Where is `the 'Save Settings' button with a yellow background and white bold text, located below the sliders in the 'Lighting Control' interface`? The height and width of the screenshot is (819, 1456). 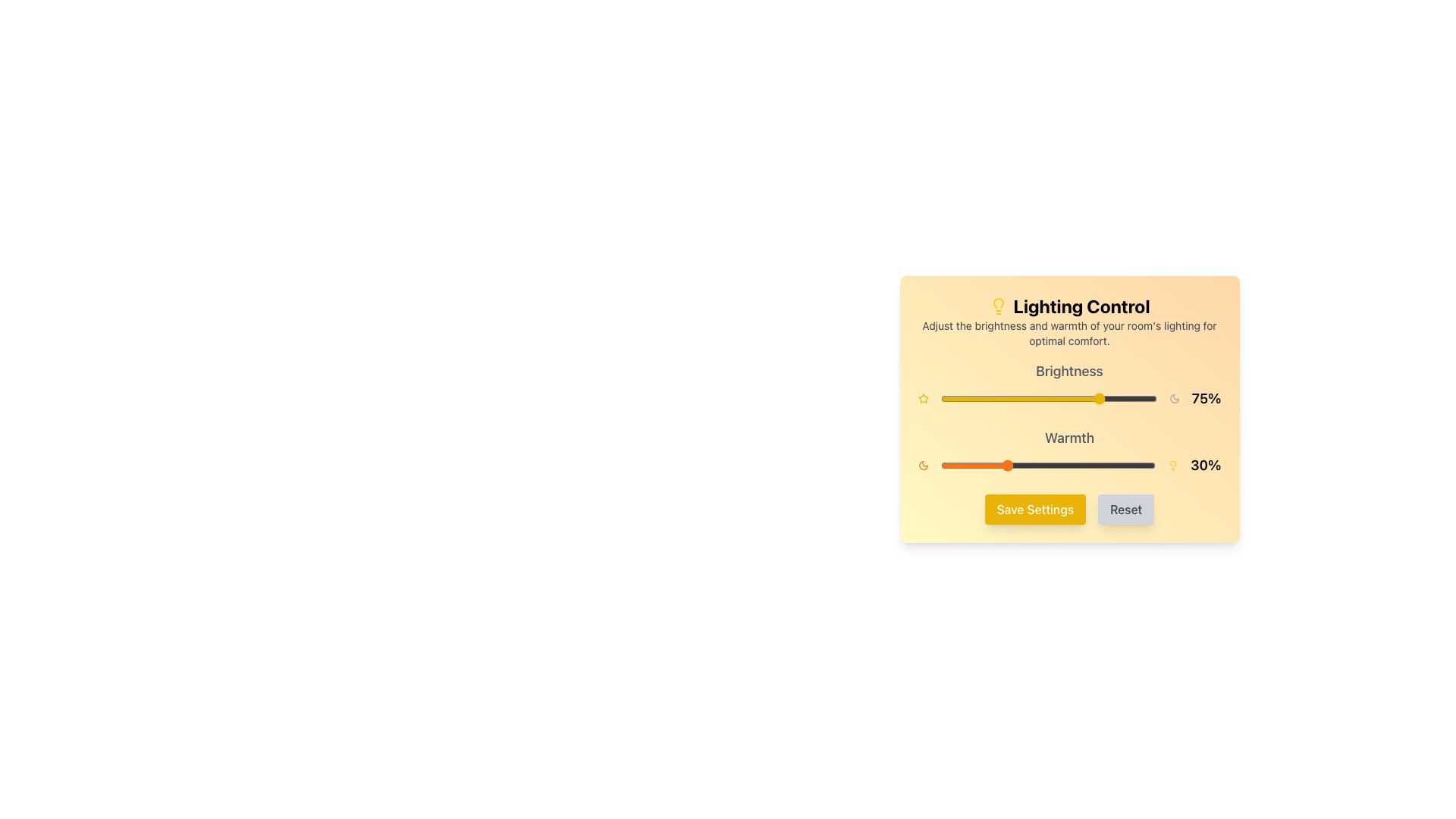 the 'Save Settings' button with a yellow background and white bold text, located below the sliders in the 'Lighting Control' interface is located at coordinates (1068, 509).